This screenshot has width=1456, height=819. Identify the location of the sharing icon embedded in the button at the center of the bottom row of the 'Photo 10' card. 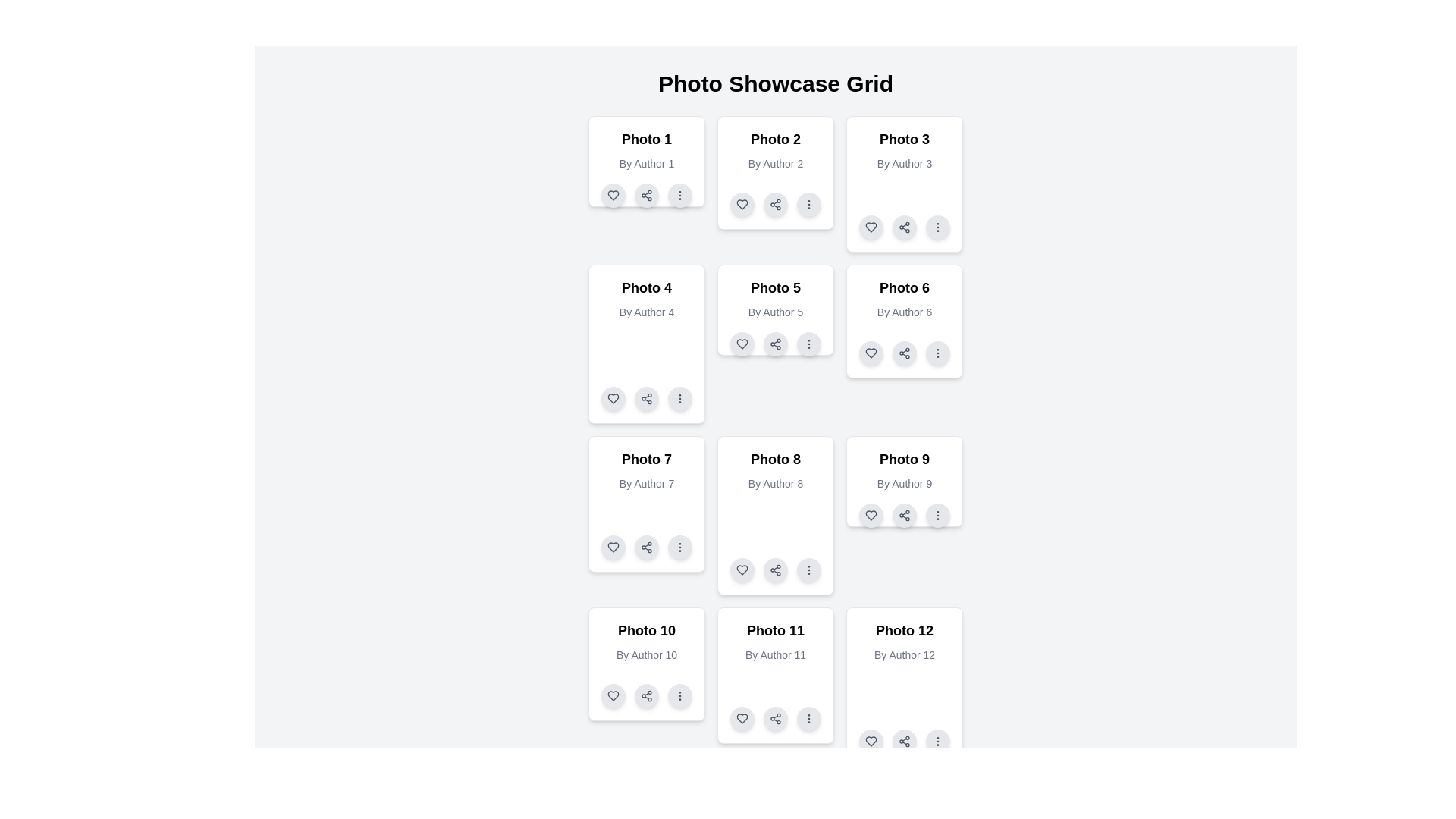
(647, 696).